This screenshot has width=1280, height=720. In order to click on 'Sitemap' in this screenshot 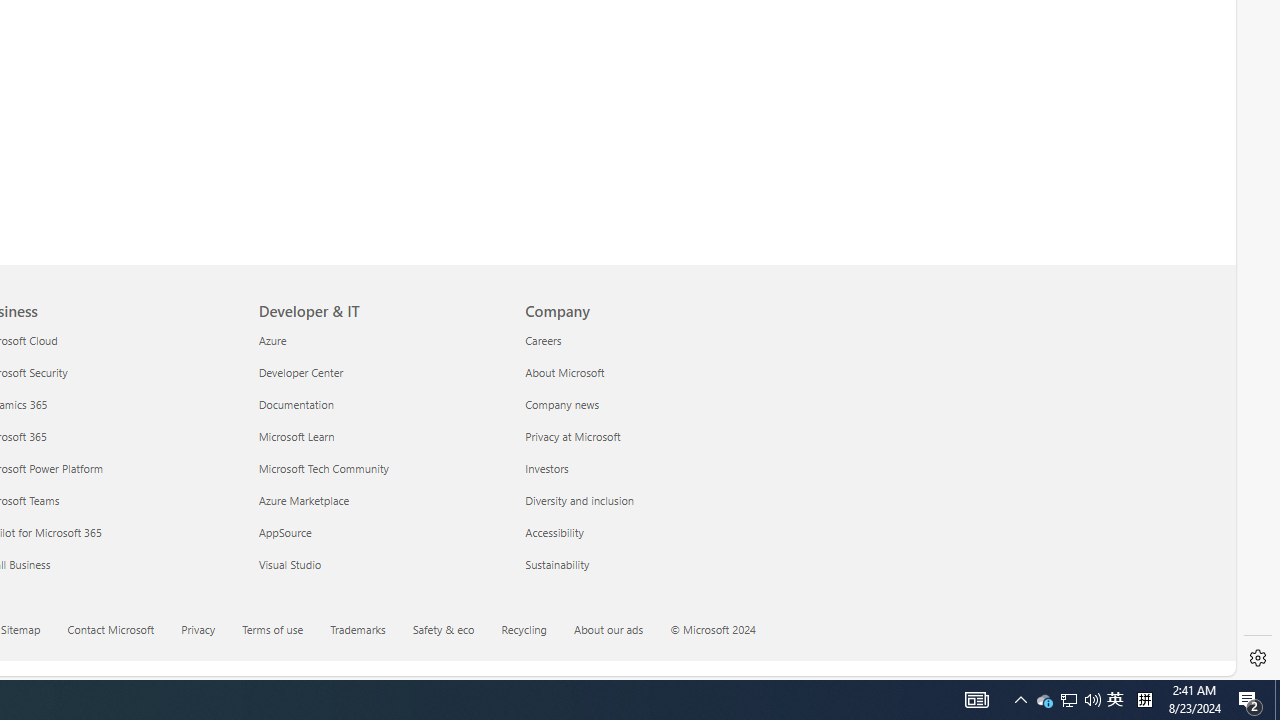, I will do `click(32, 631)`.